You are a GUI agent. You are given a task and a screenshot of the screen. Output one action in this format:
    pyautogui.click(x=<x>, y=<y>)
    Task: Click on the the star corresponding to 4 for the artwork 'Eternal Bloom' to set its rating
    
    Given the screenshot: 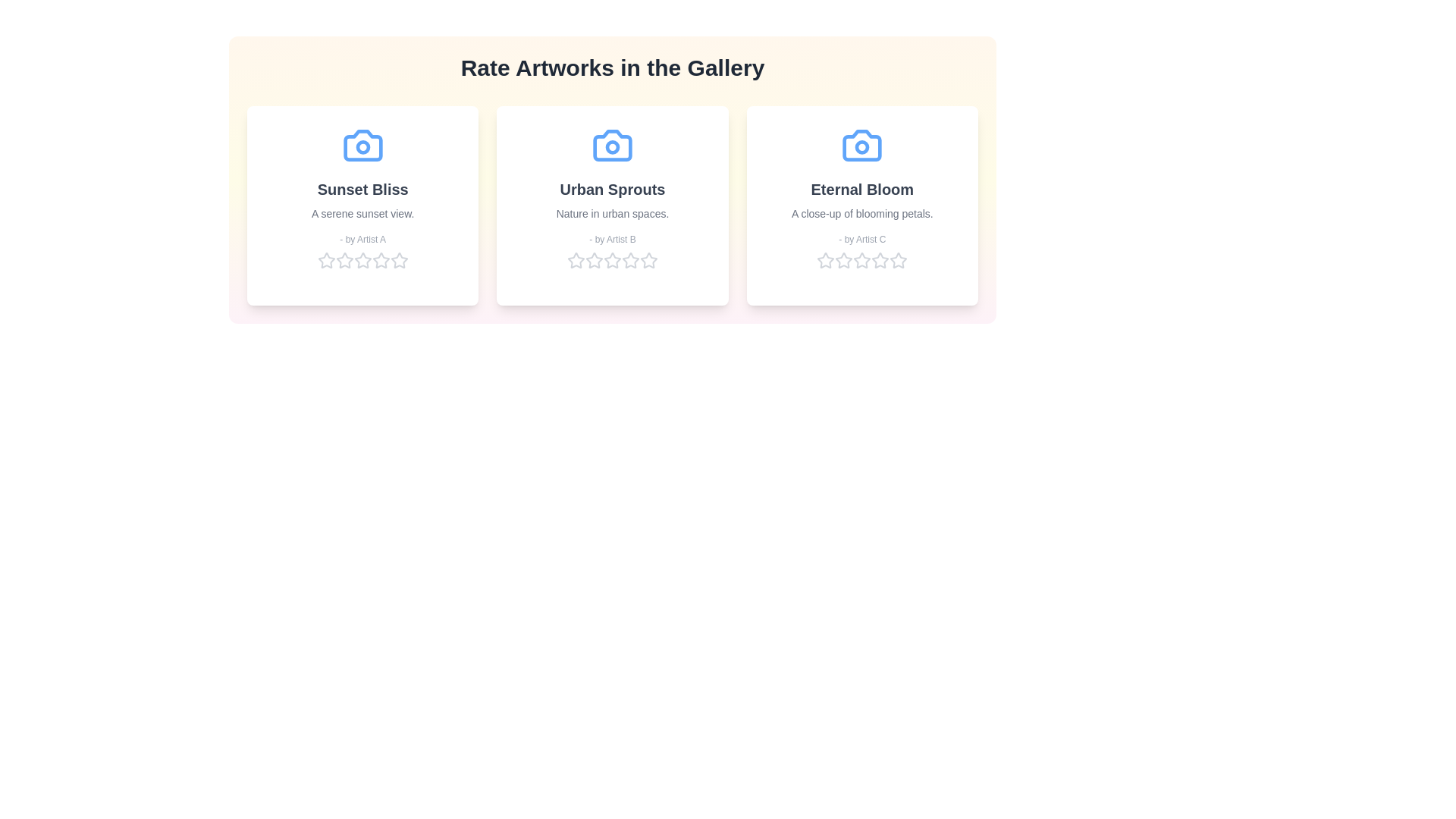 What is the action you would take?
    pyautogui.click(x=880, y=259)
    